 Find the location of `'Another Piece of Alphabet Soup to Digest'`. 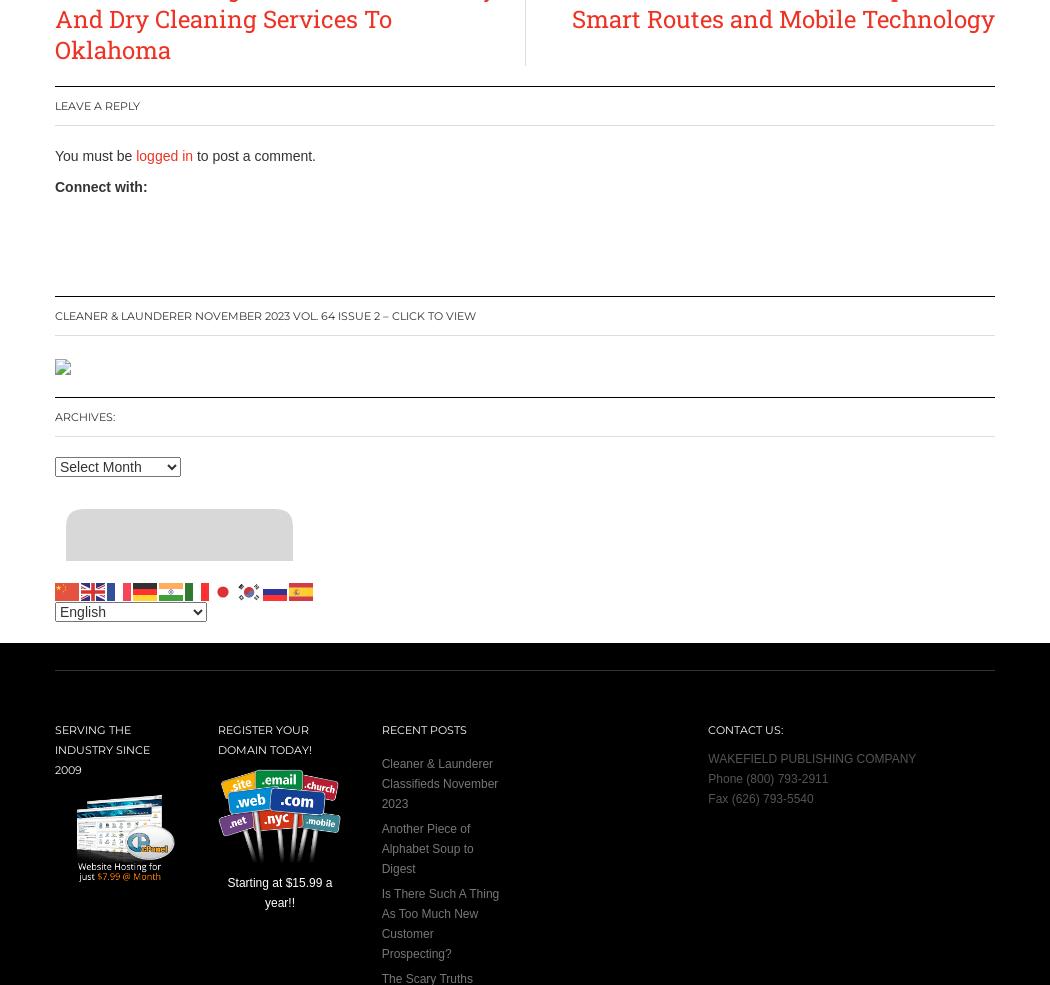

'Another Piece of Alphabet Soup to Digest' is located at coordinates (426, 846).